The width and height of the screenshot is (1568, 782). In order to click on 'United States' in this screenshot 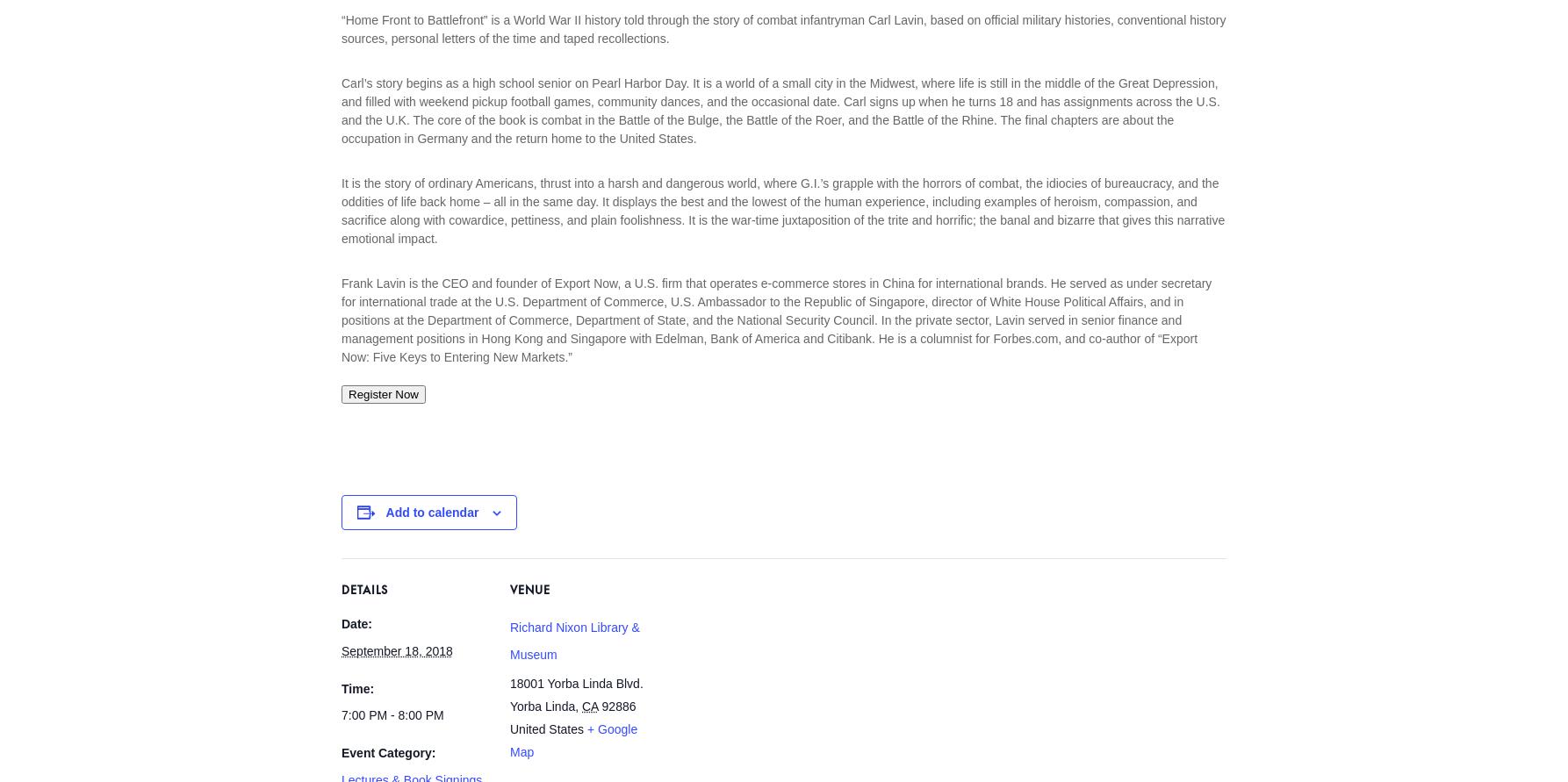, I will do `click(546, 727)`.